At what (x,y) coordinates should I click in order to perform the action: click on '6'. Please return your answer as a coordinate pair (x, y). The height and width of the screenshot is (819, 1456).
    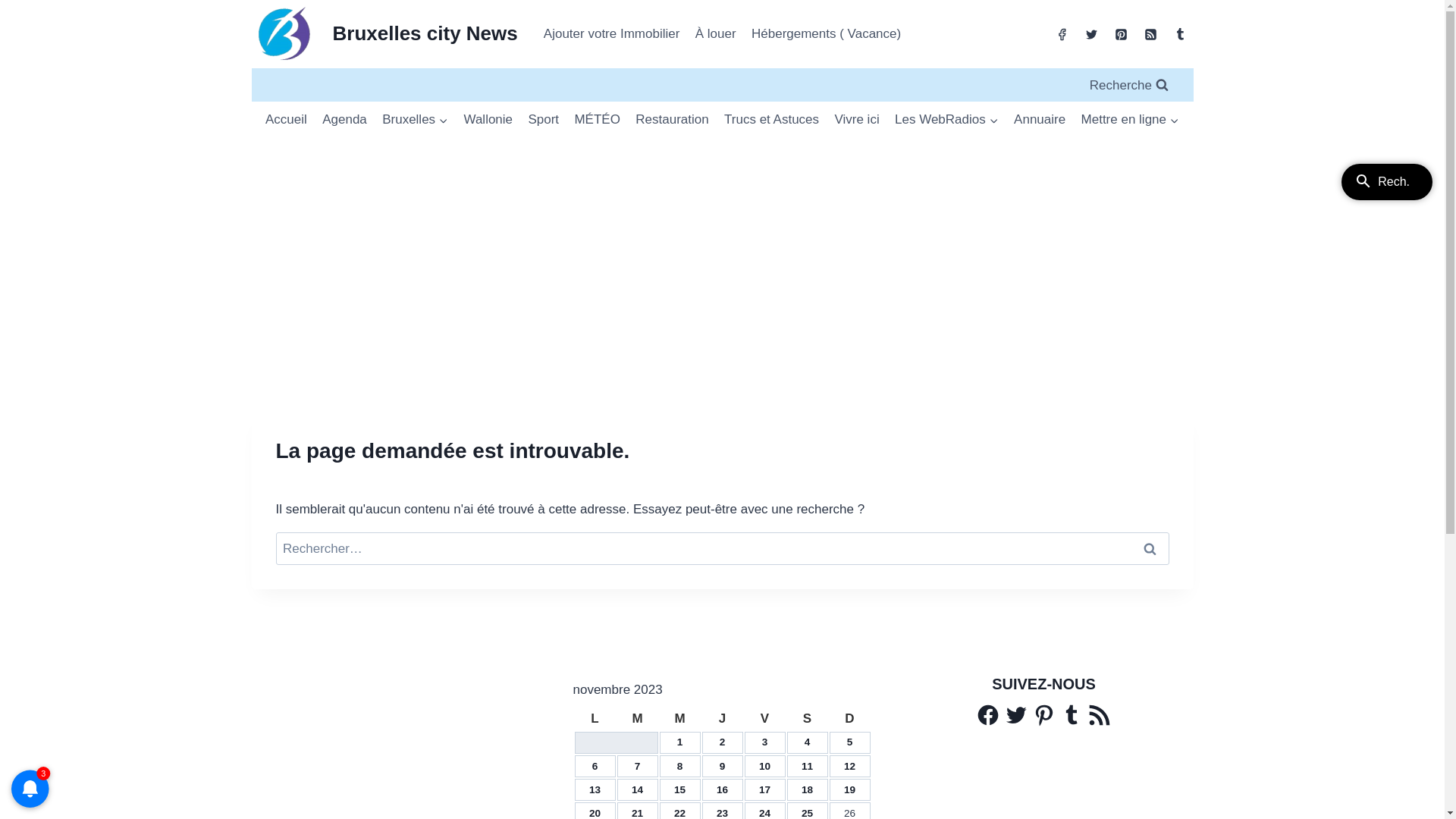
    Looking at the image, I should click on (591, 765).